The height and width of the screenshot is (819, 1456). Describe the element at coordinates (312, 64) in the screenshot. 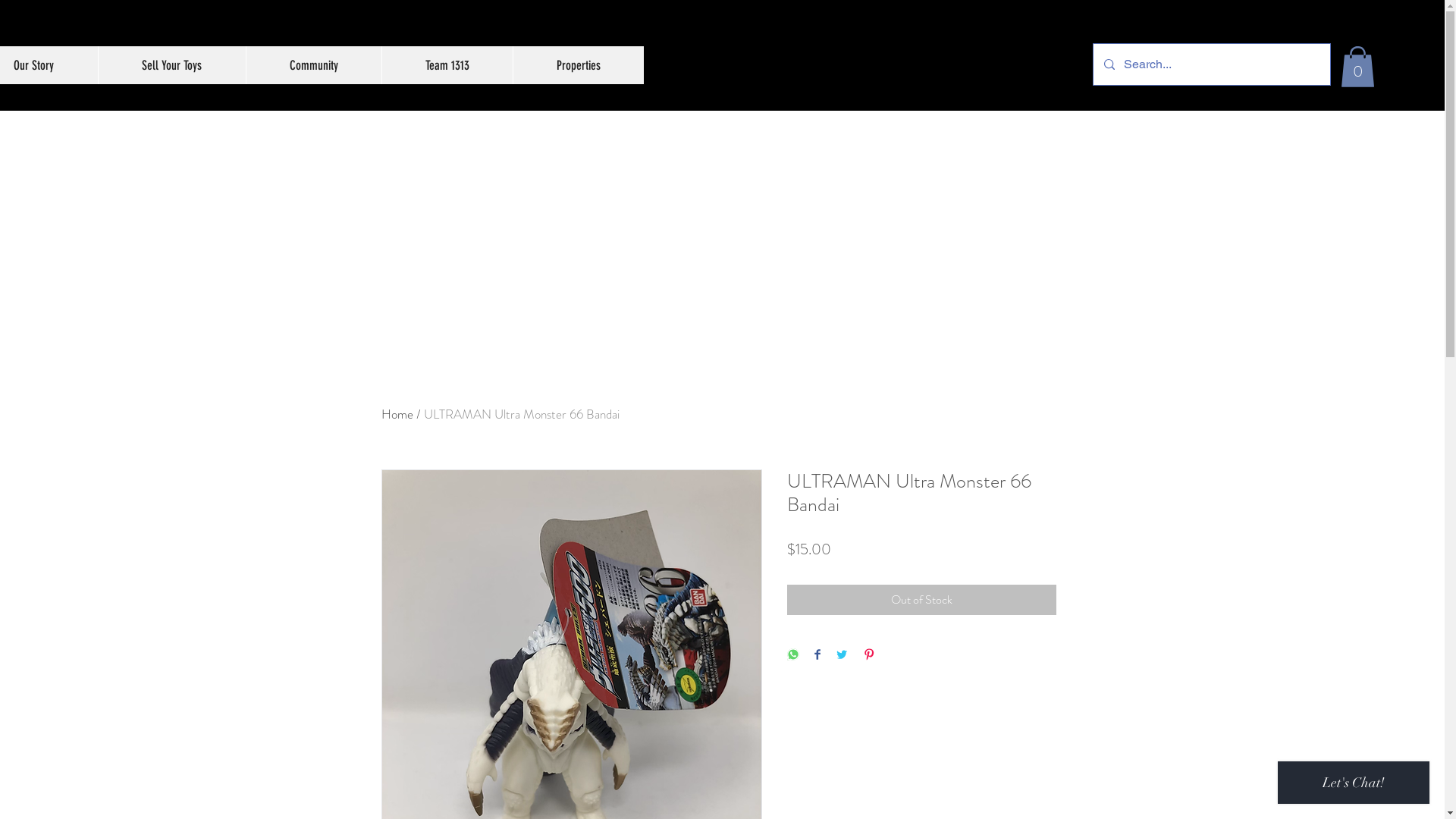

I see `'Community'` at that location.